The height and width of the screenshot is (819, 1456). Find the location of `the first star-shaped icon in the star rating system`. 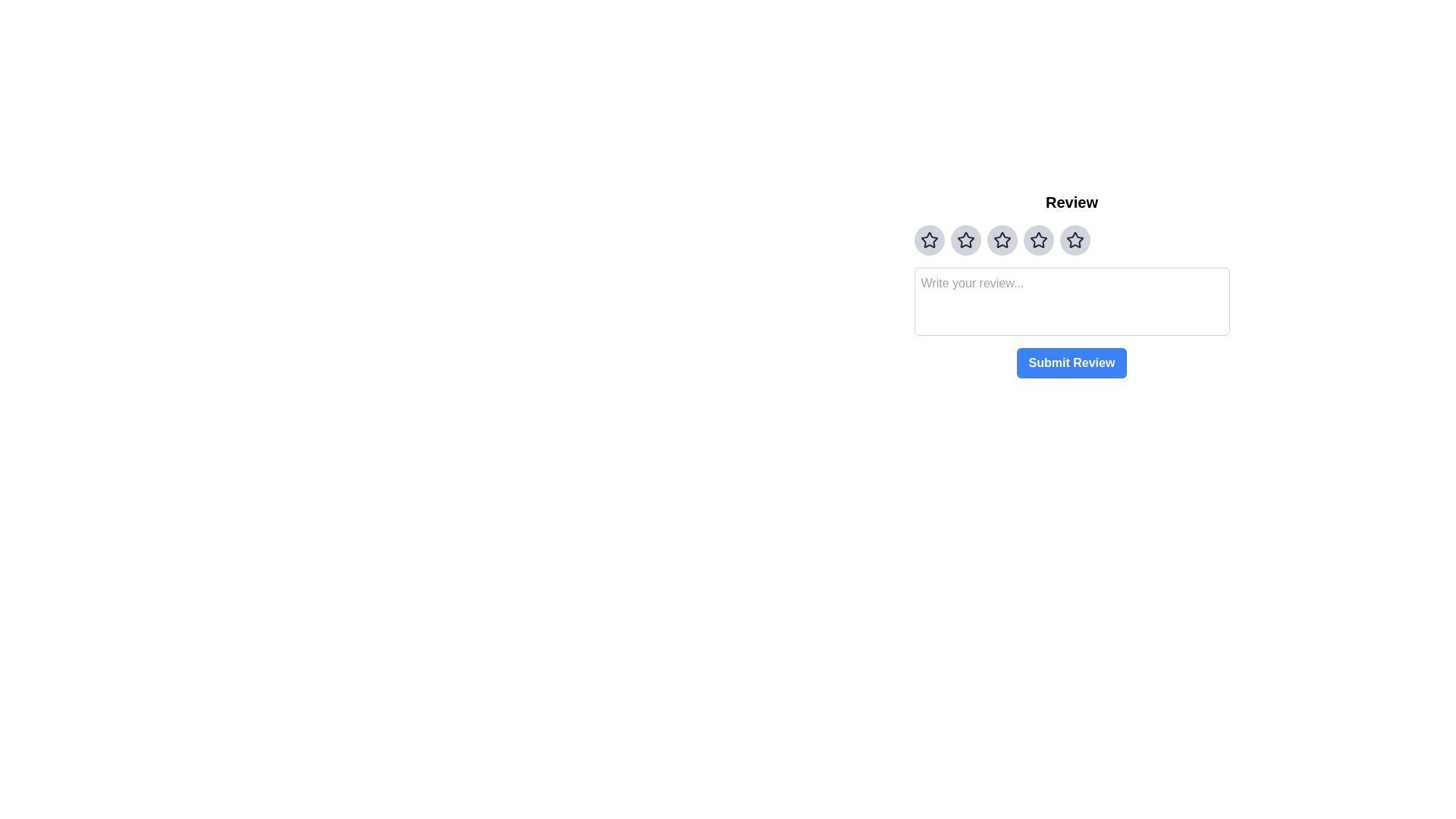

the first star-shaped icon in the star rating system is located at coordinates (1074, 239).